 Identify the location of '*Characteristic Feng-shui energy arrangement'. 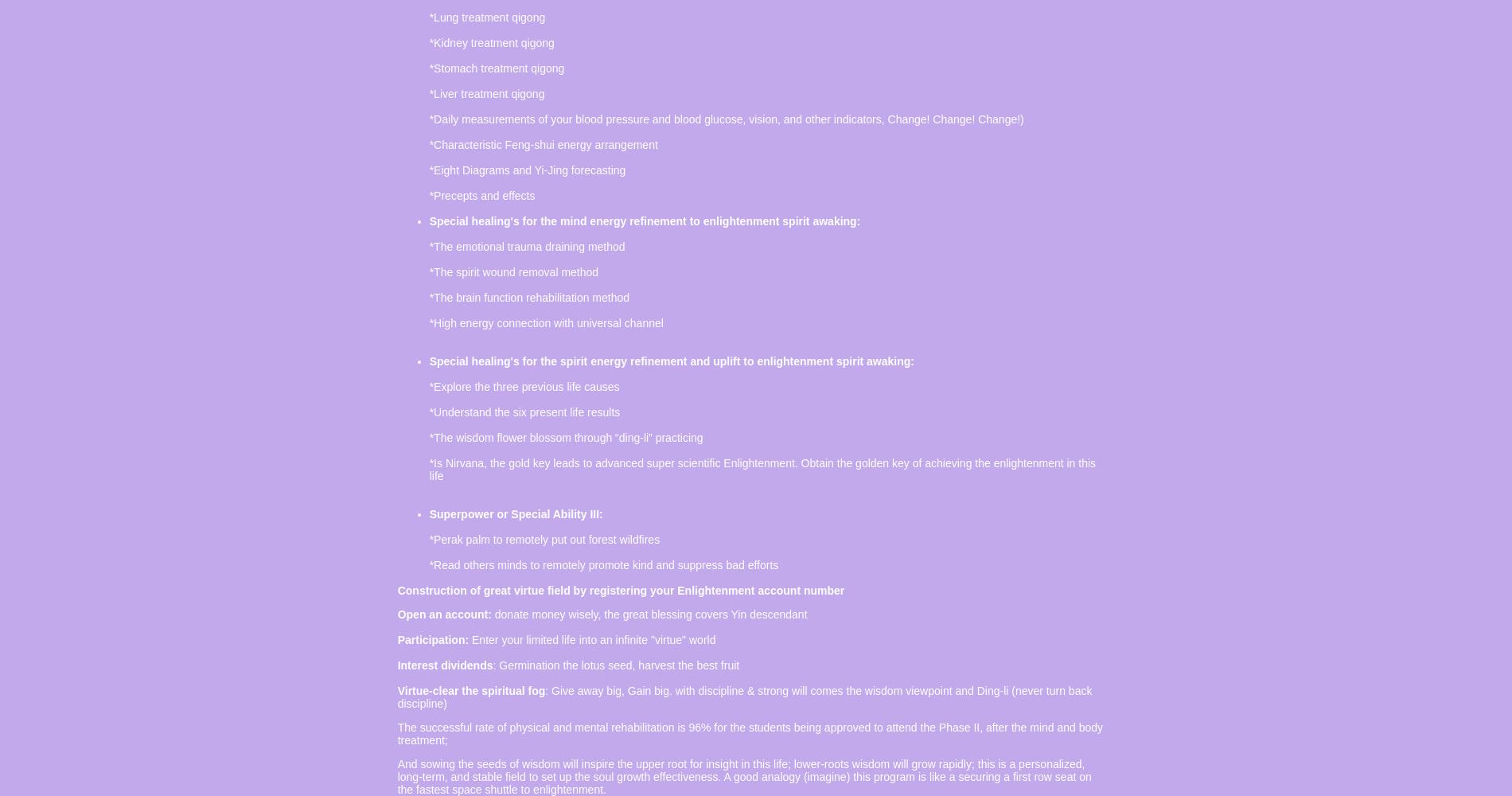
(543, 145).